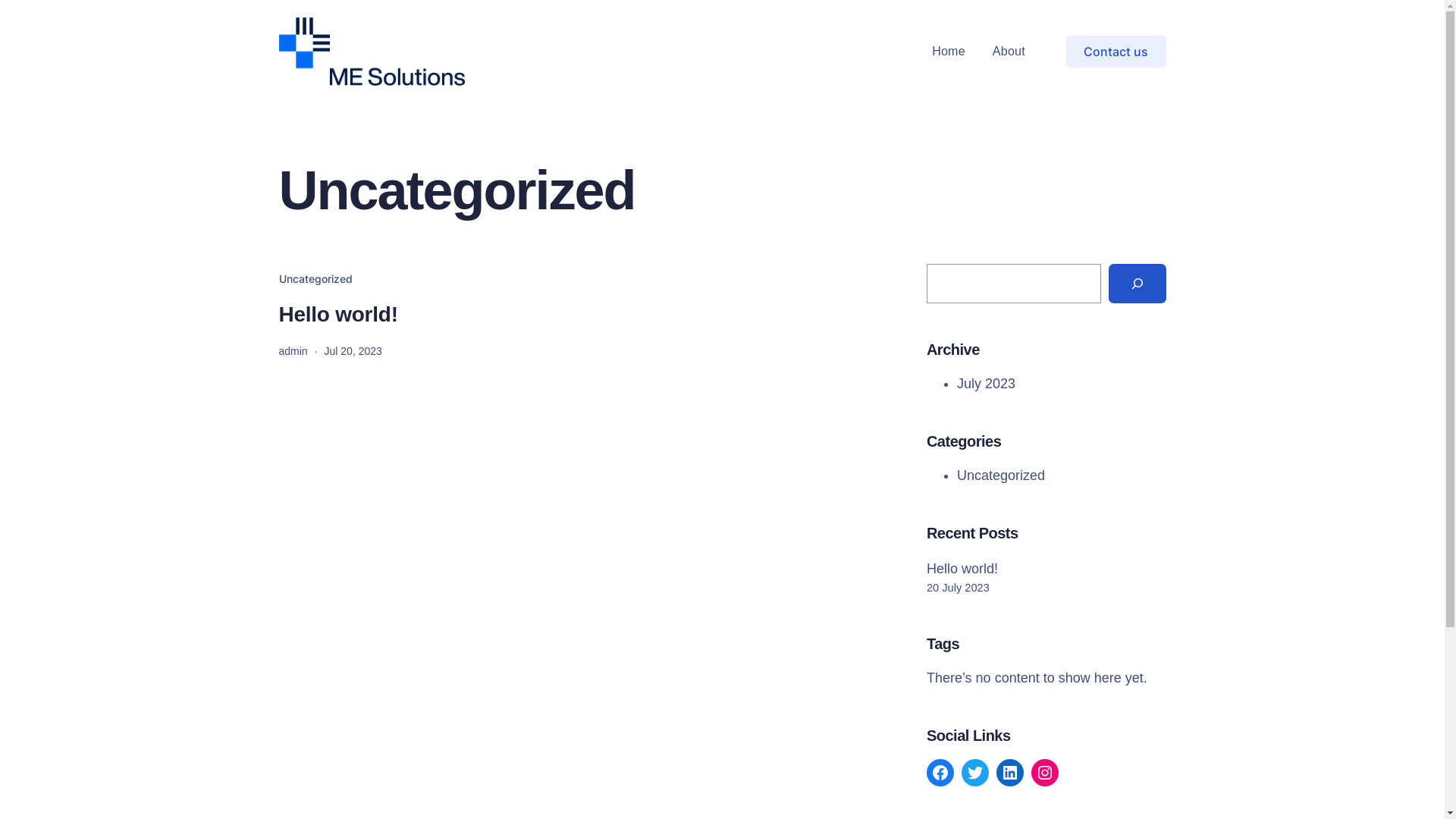 This screenshot has height=819, width=1456. What do you see at coordinates (986, 382) in the screenshot?
I see `'July 2023'` at bounding box center [986, 382].